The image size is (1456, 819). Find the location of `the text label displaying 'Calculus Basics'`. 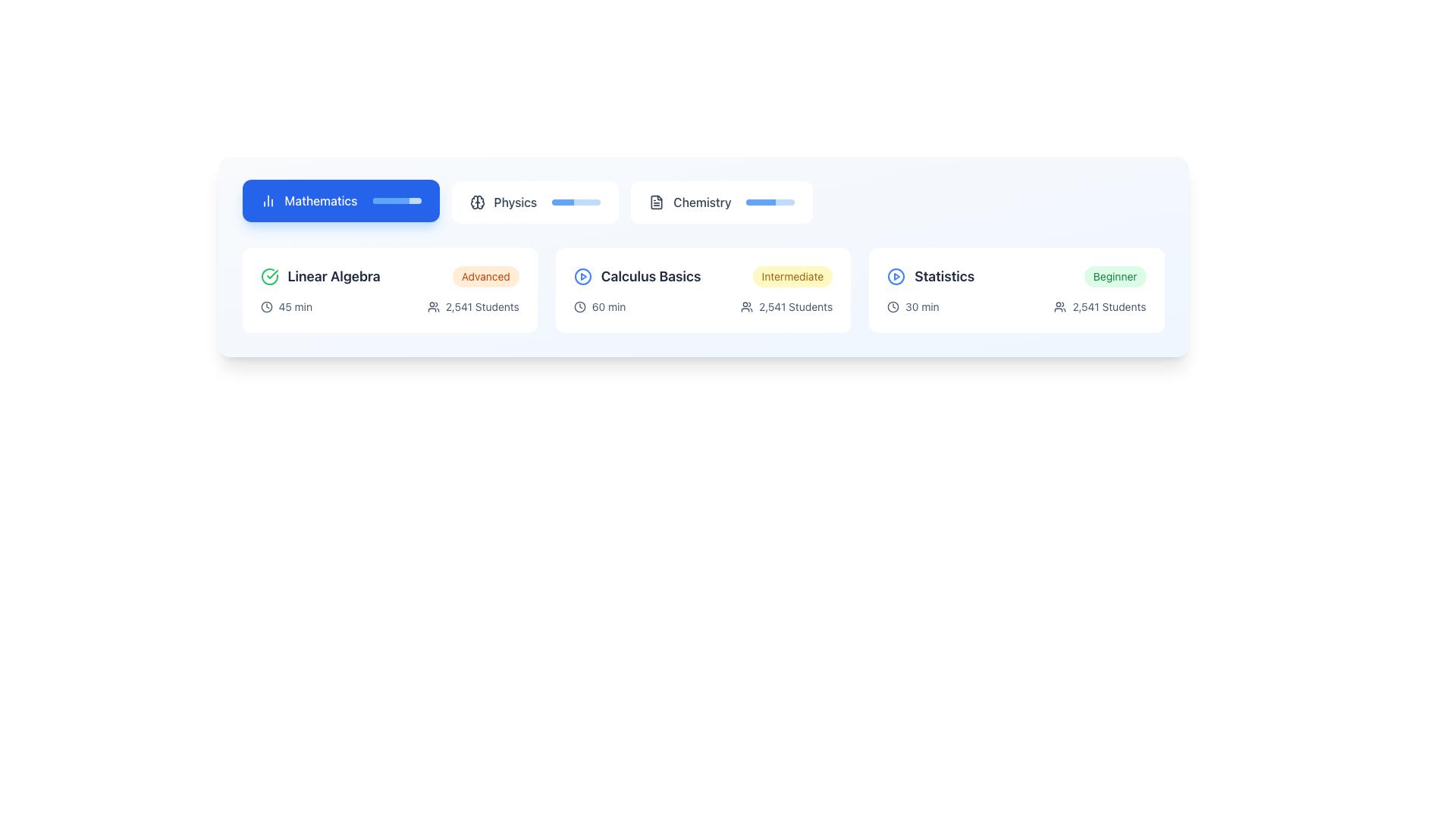

the text label displaying 'Calculus Basics' is located at coordinates (651, 277).